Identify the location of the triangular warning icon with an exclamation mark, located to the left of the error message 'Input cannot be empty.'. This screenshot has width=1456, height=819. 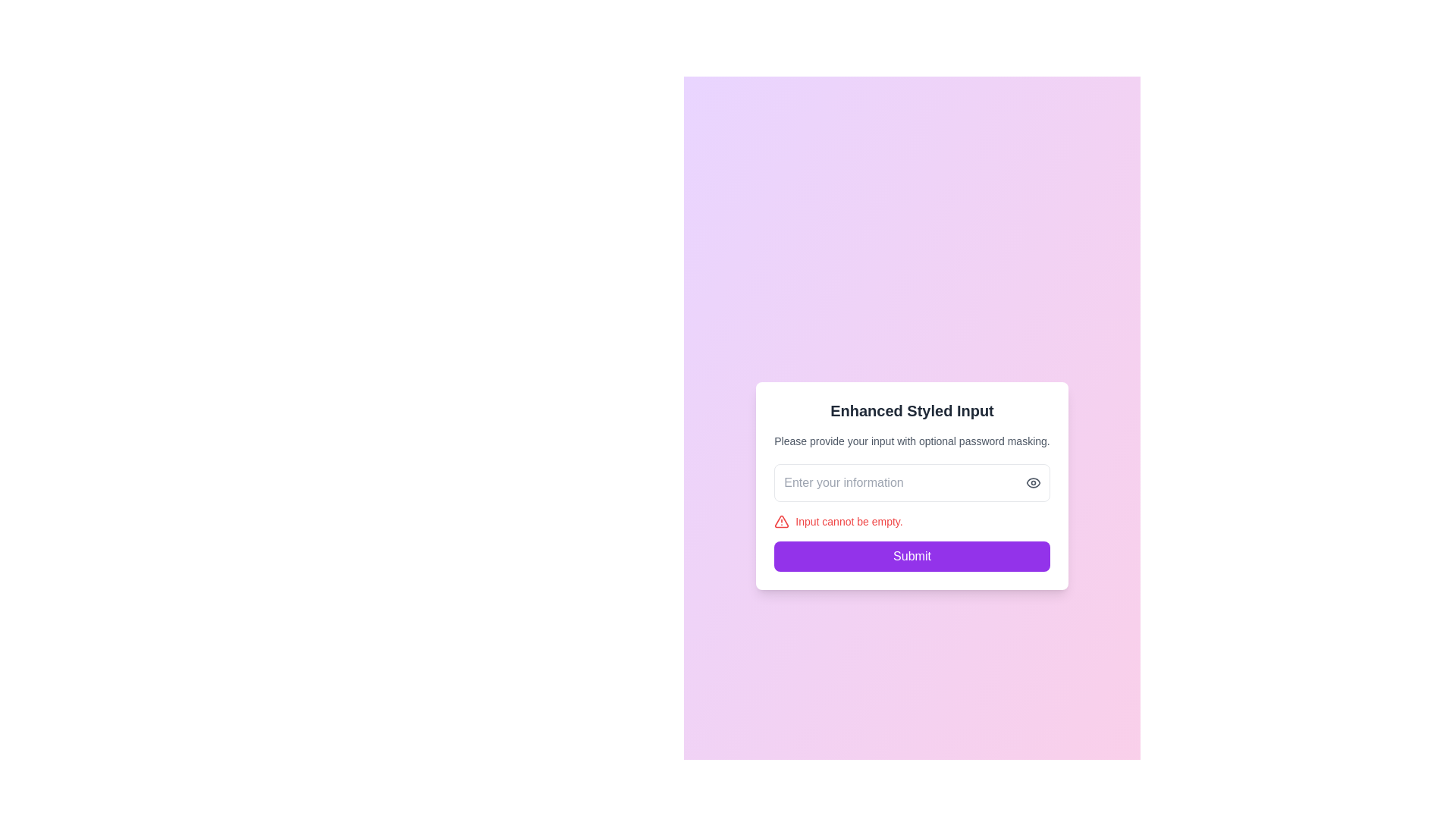
(782, 520).